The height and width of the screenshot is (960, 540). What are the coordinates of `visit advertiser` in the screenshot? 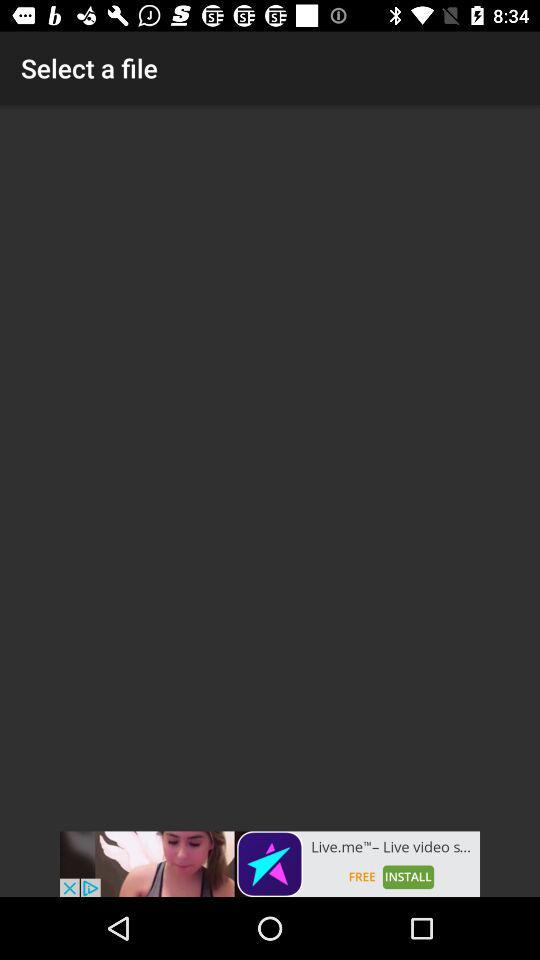 It's located at (270, 863).